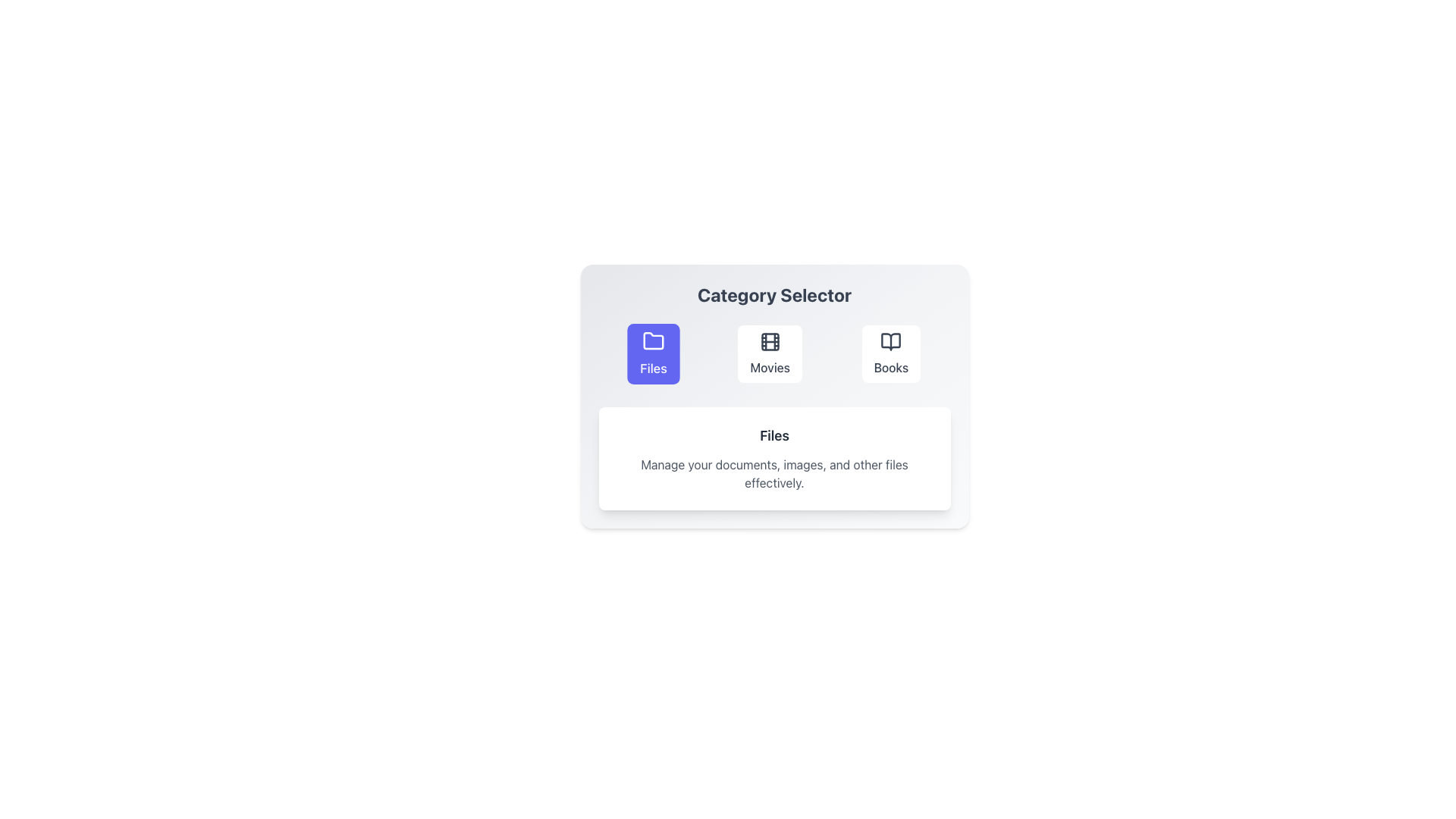 This screenshot has width=1456, height=819. I want to click on the 'Files' text label, which is styled with a medium font weight and located within a purple button, so click(653, 368).